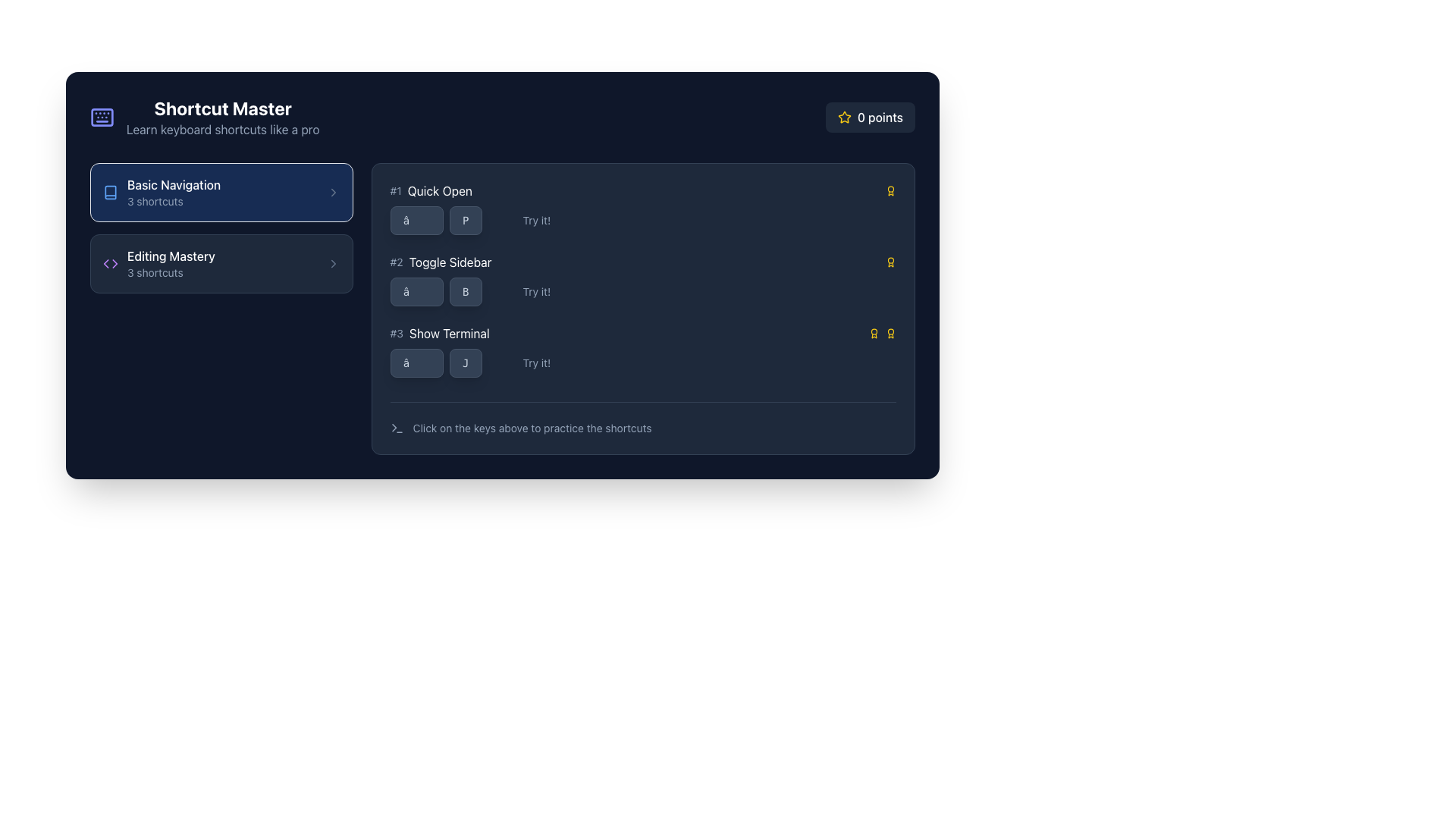 The width and height of the screenshot is (1456, 819). Describe the element at coordinates (397, 262) in the screenshot. I see `the text label indicating the second item in a sequence, located to the left of 'Toggle Sidebar' in the upper right section of the window` at that location.